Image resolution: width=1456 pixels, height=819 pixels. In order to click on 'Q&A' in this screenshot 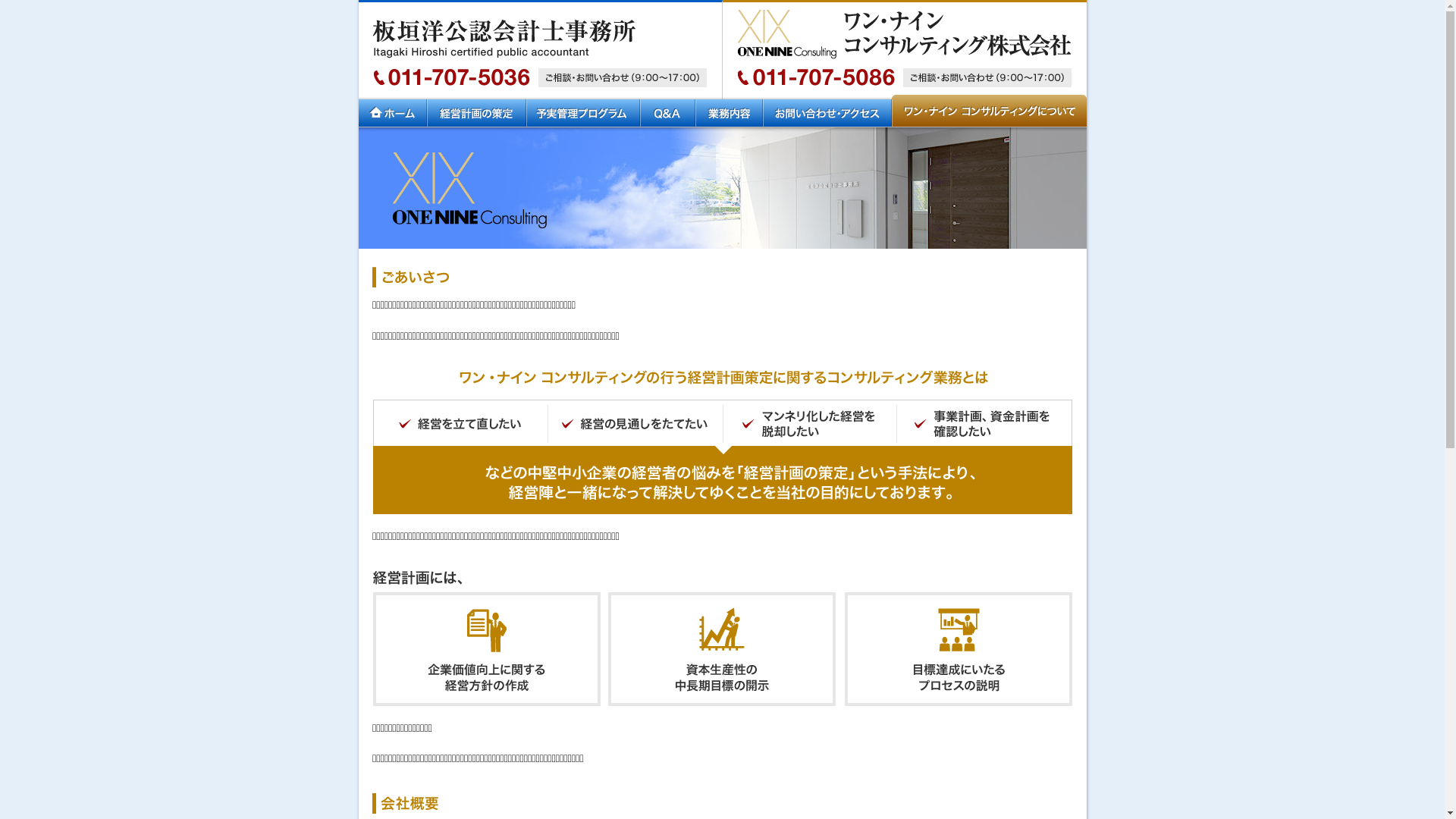, I will do `click(667, 110)`.